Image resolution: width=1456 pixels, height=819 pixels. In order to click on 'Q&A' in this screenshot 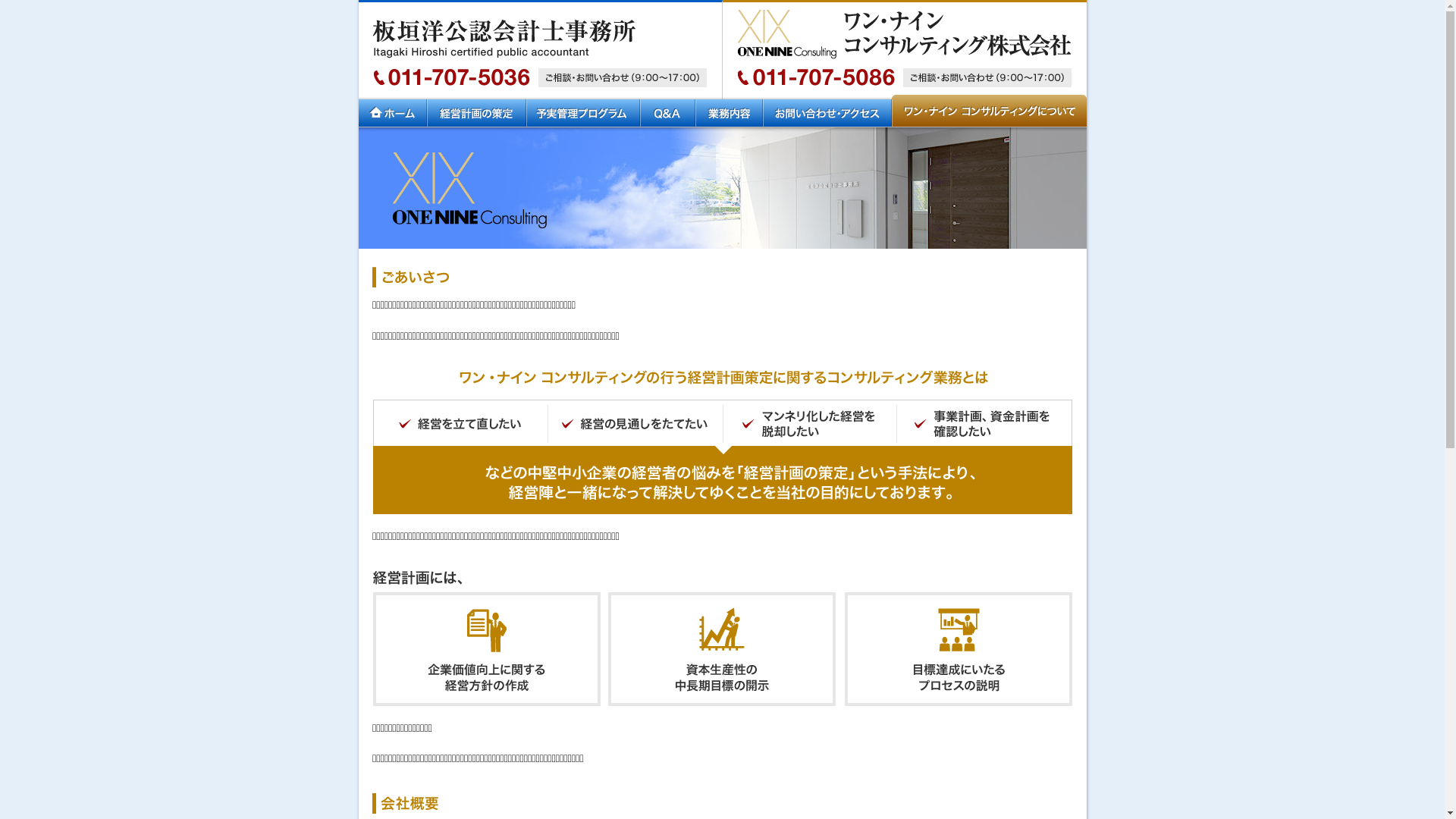, I will do `click(667, 110)`.